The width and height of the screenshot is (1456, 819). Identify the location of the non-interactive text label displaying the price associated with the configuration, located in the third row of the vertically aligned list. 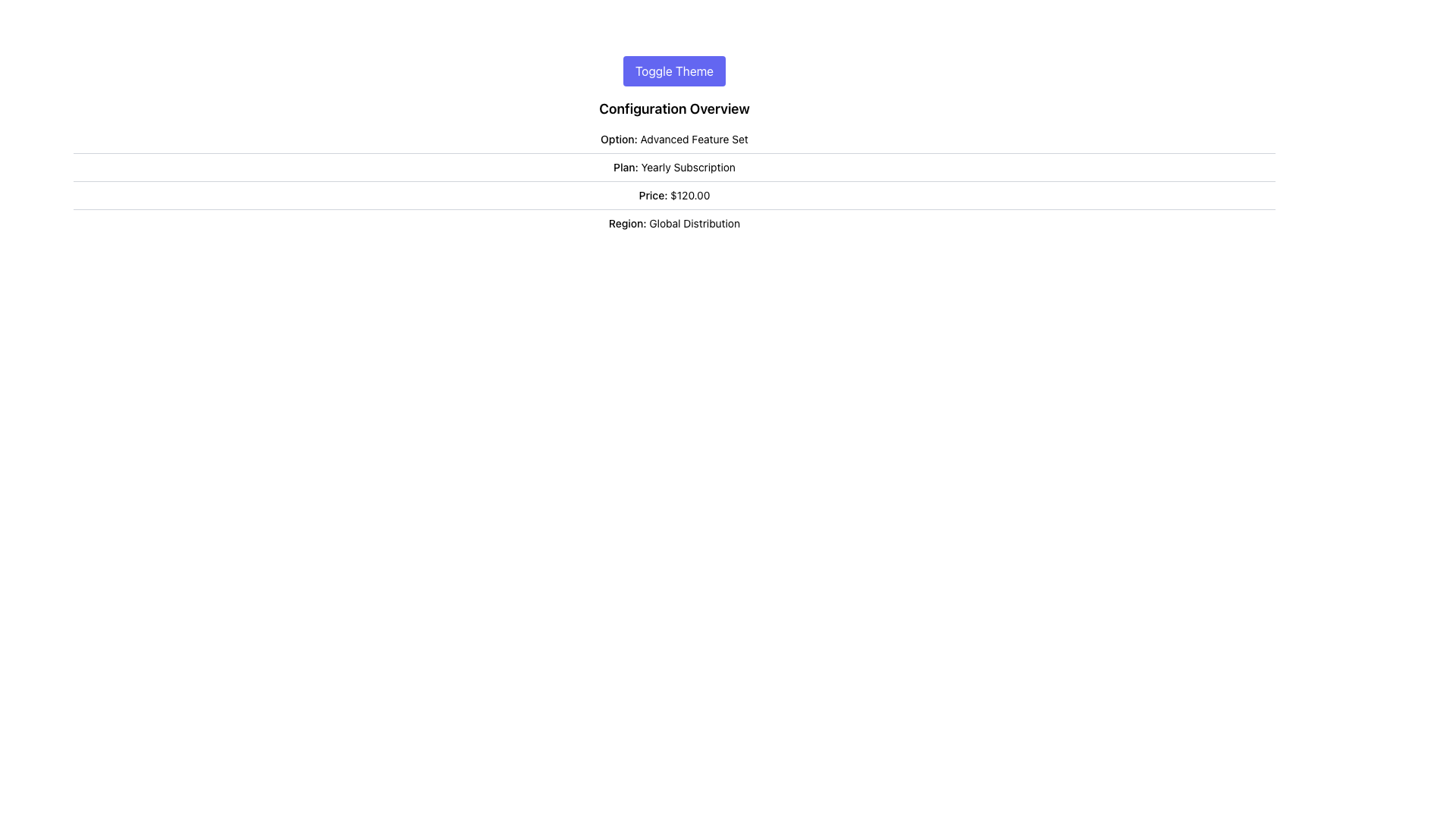
(673, 194).